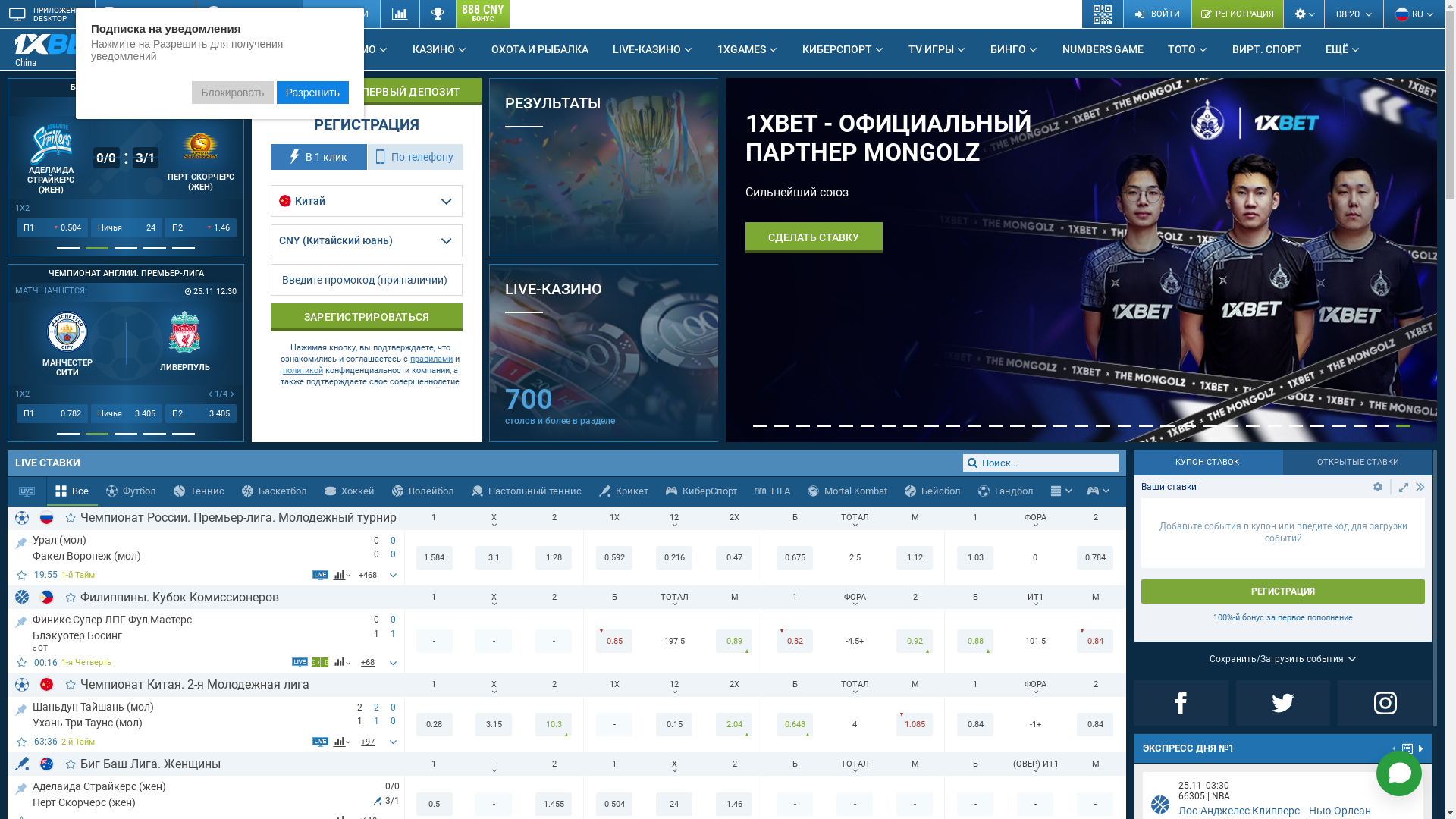 The image size is (1456, 819). What do you see at coordinates (368, 741) in the screenshot?
I see `'+97'` at bounding box center [368, 741].